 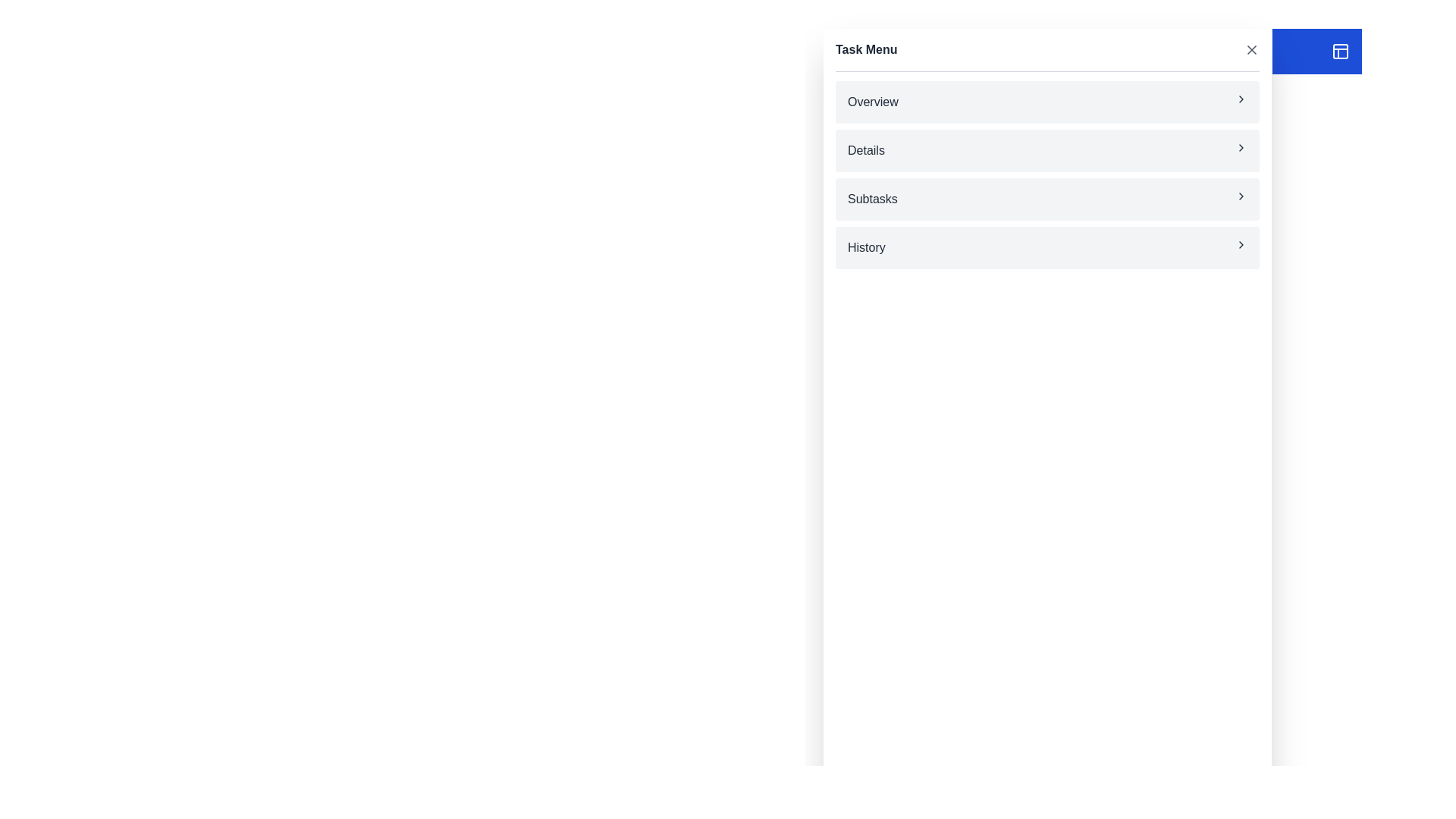 What do you see at coordinates (1241, 244) in the screenshot?
I see `the rightward chevron icon next to the 'History' label in the Task Menu, indicating a navigation or expansion function` at bounding box center [1241, 244].